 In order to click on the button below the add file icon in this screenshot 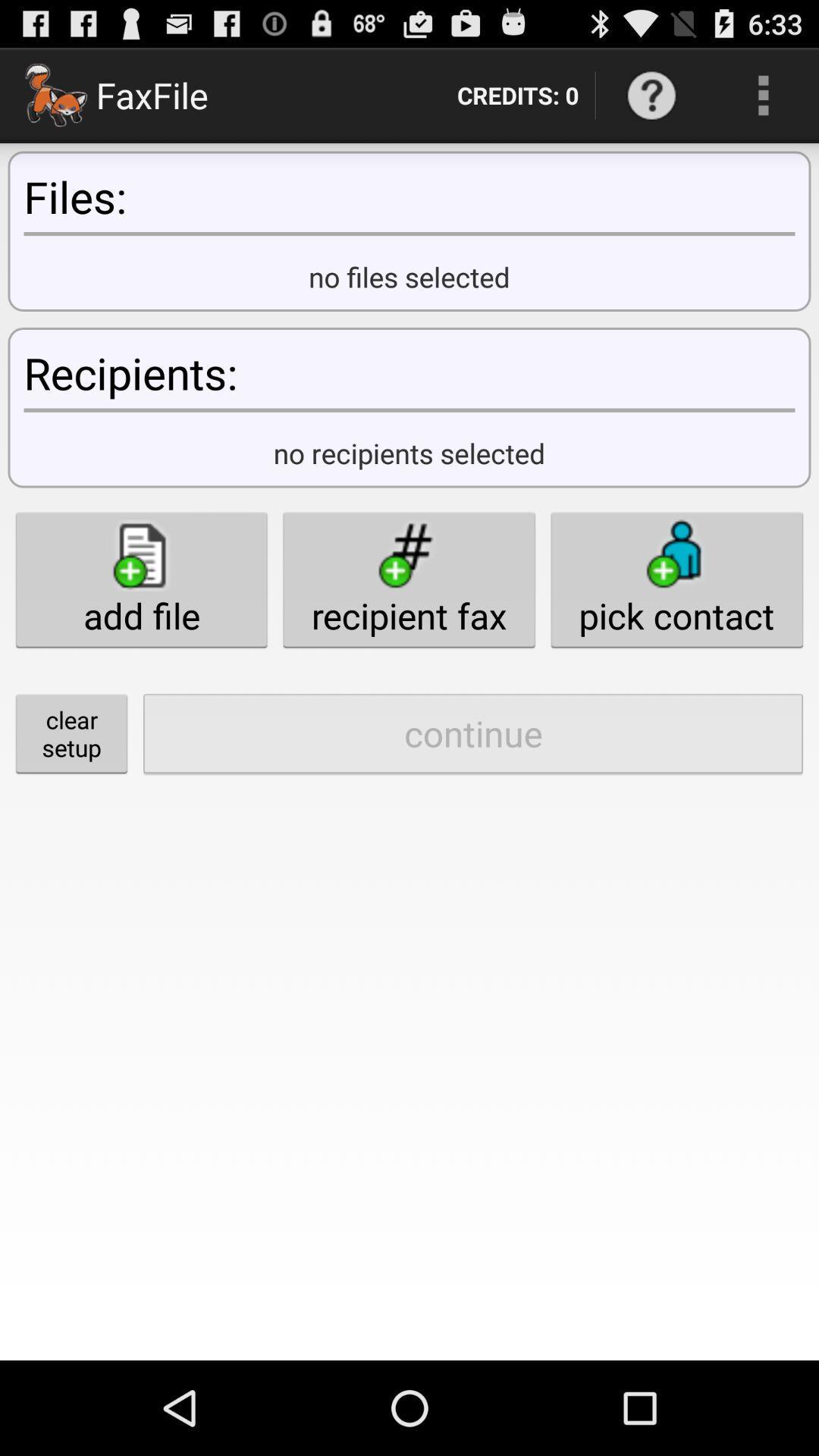, I will do `click(472, 733)`.